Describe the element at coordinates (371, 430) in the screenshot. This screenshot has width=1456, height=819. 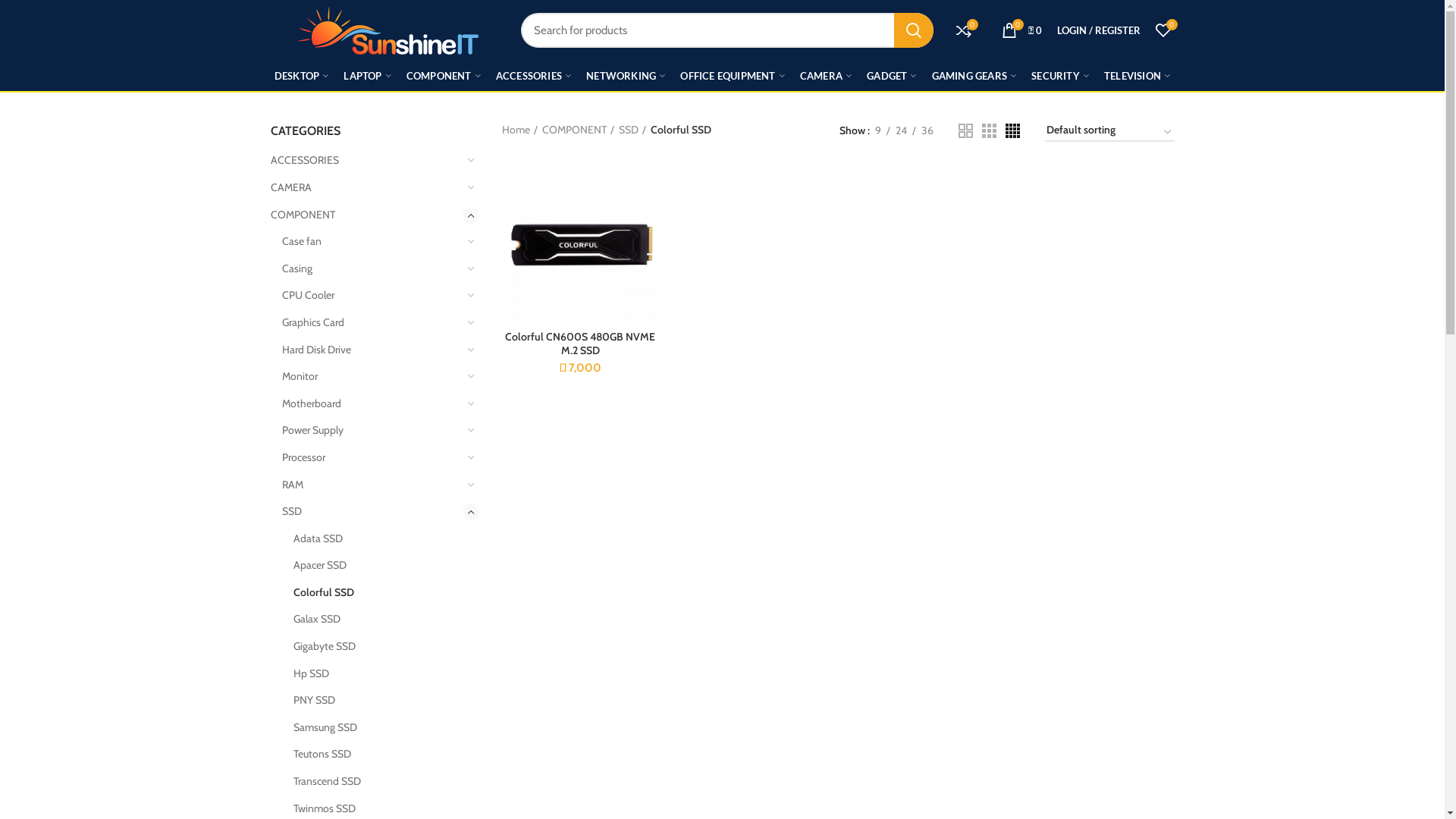
I see `'Power Supply'` at that location.